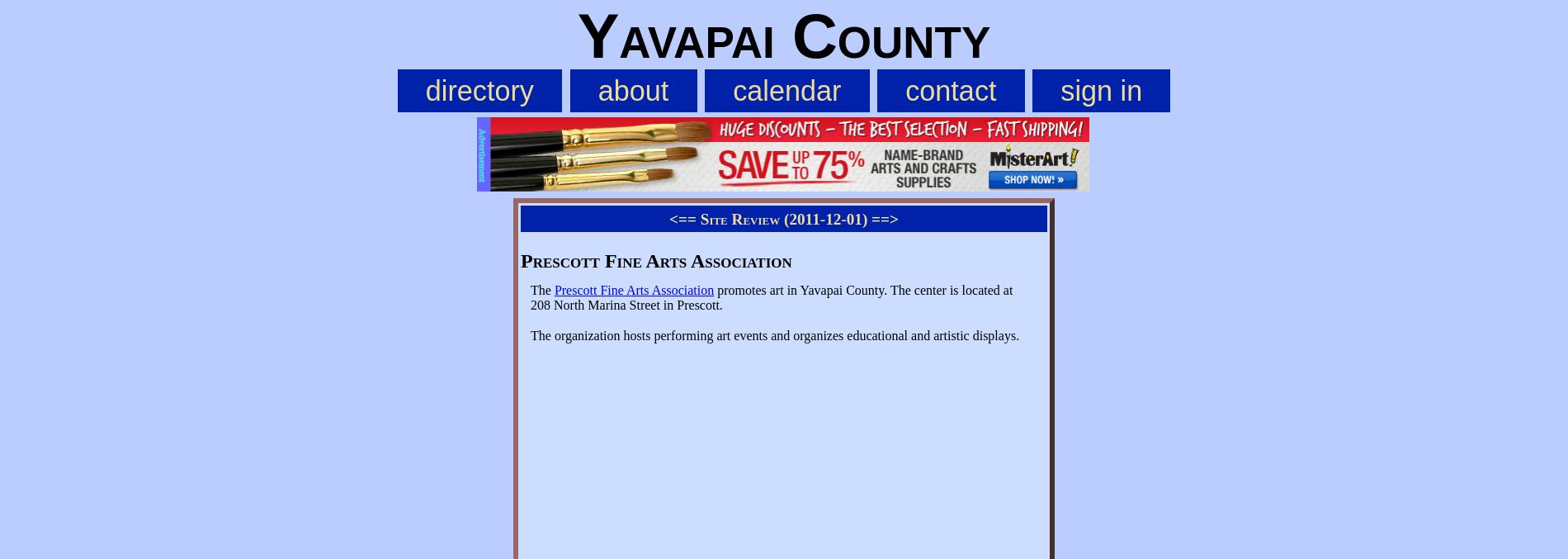 The height and width of the screenshot is (559, 1568). I want to click on 'directory', so click(425, 91).